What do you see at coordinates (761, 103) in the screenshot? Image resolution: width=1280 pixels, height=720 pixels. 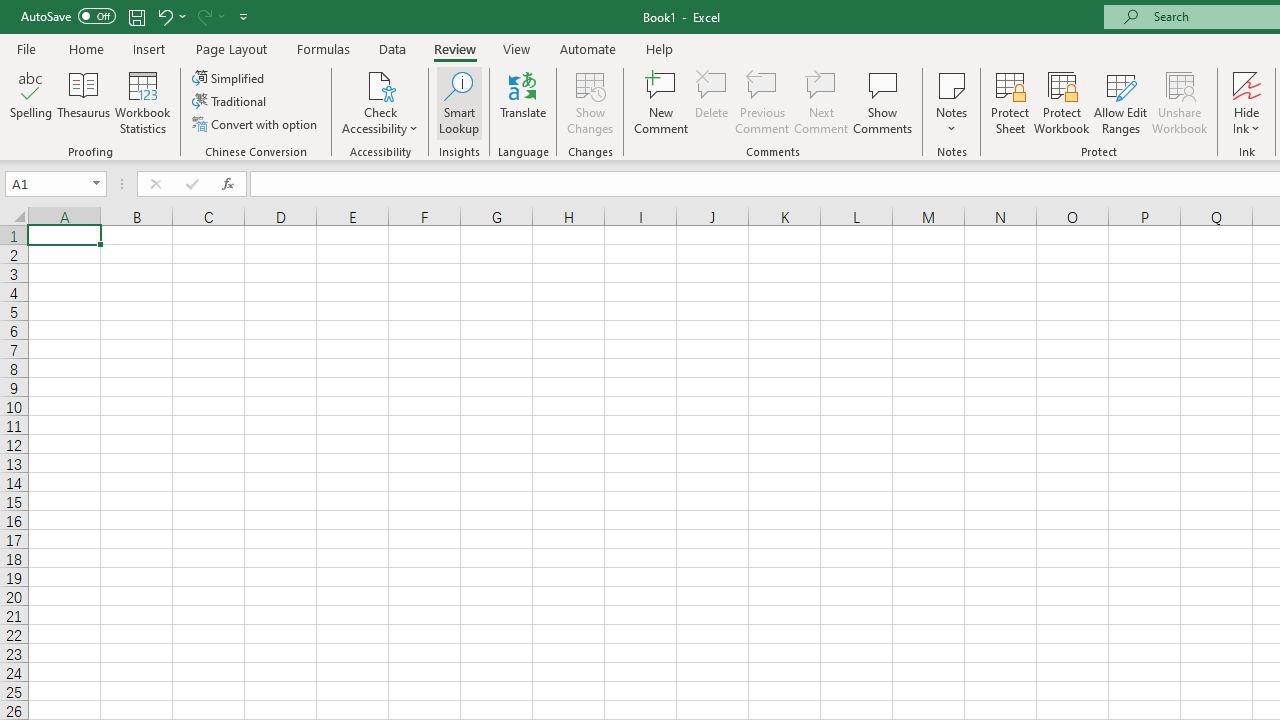 I see `'Previous Comment'` at bounding box center [761, 103].